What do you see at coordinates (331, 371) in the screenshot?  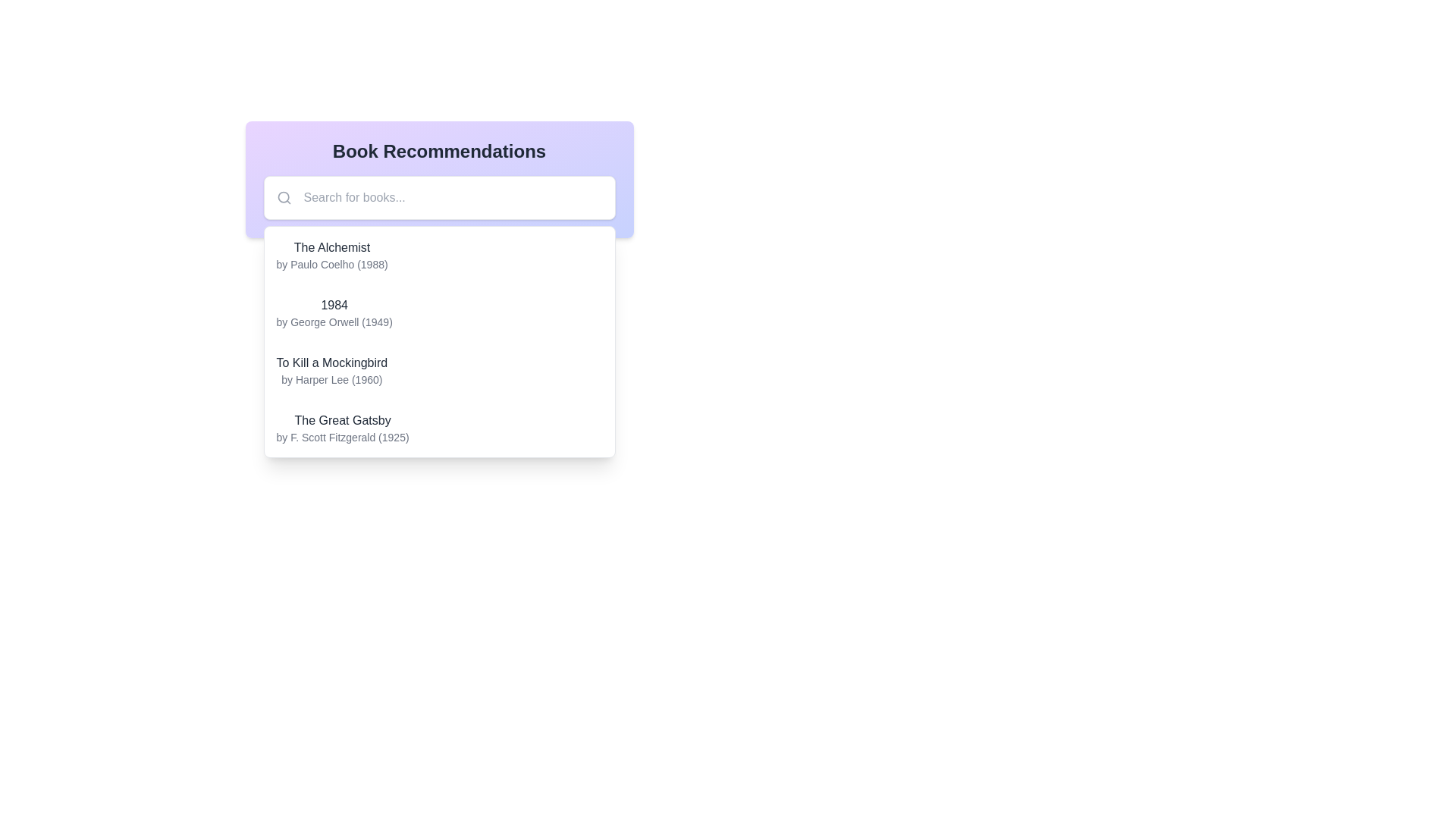 I see `text content of the third entry in the book recommendation list, which is positioned between '1984 by George Orwell (1949)' and 'The Great Gatsby by F. Scott Fitzgerald (1925)'` at bounding box center [331, 371].